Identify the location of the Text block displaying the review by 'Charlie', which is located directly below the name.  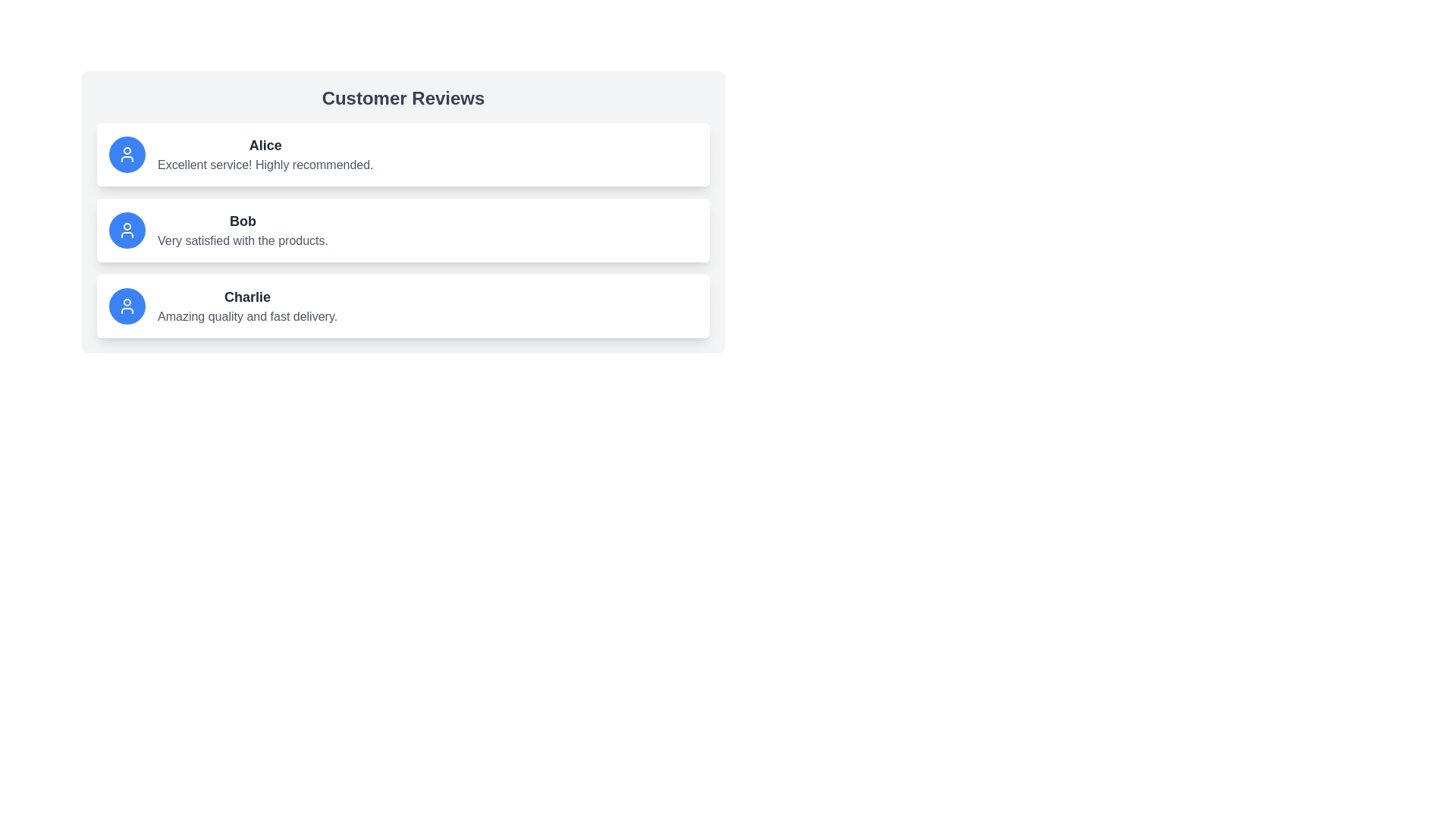
(247, 315).